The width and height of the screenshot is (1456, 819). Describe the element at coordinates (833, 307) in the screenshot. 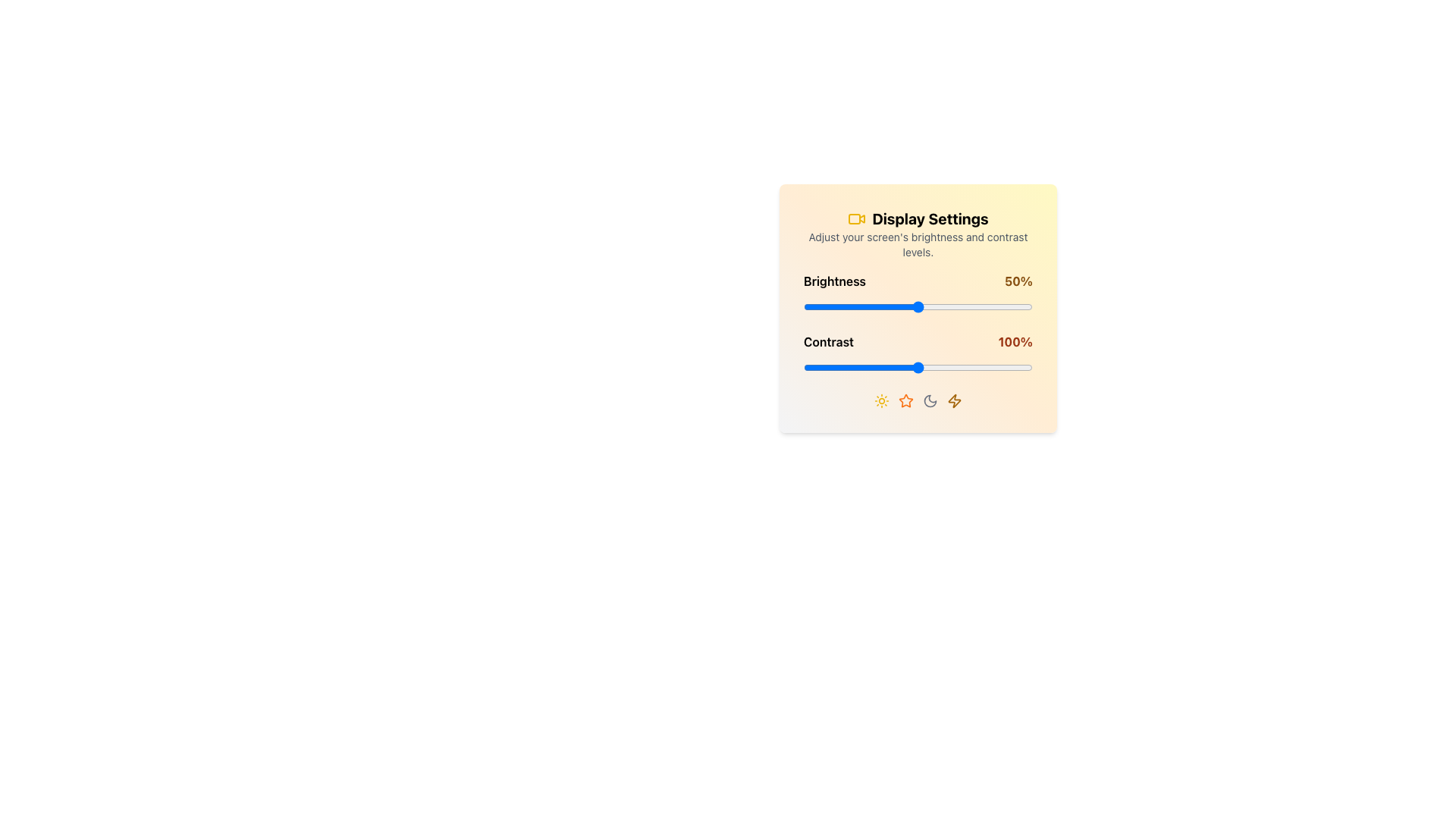

I see `the brightness` at that location.